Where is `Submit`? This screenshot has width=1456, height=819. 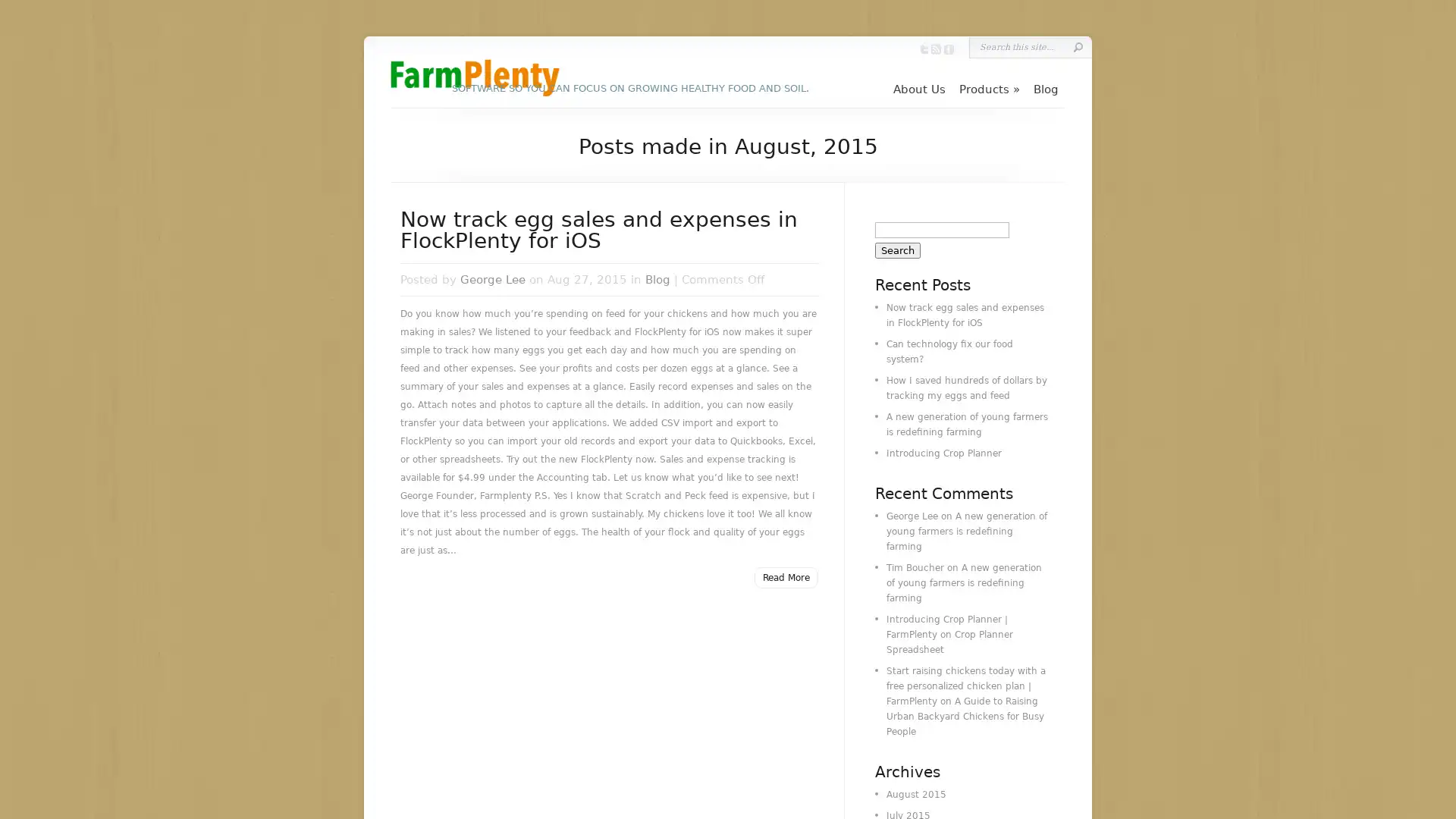
Submit is located at coordinates (1077, 46).